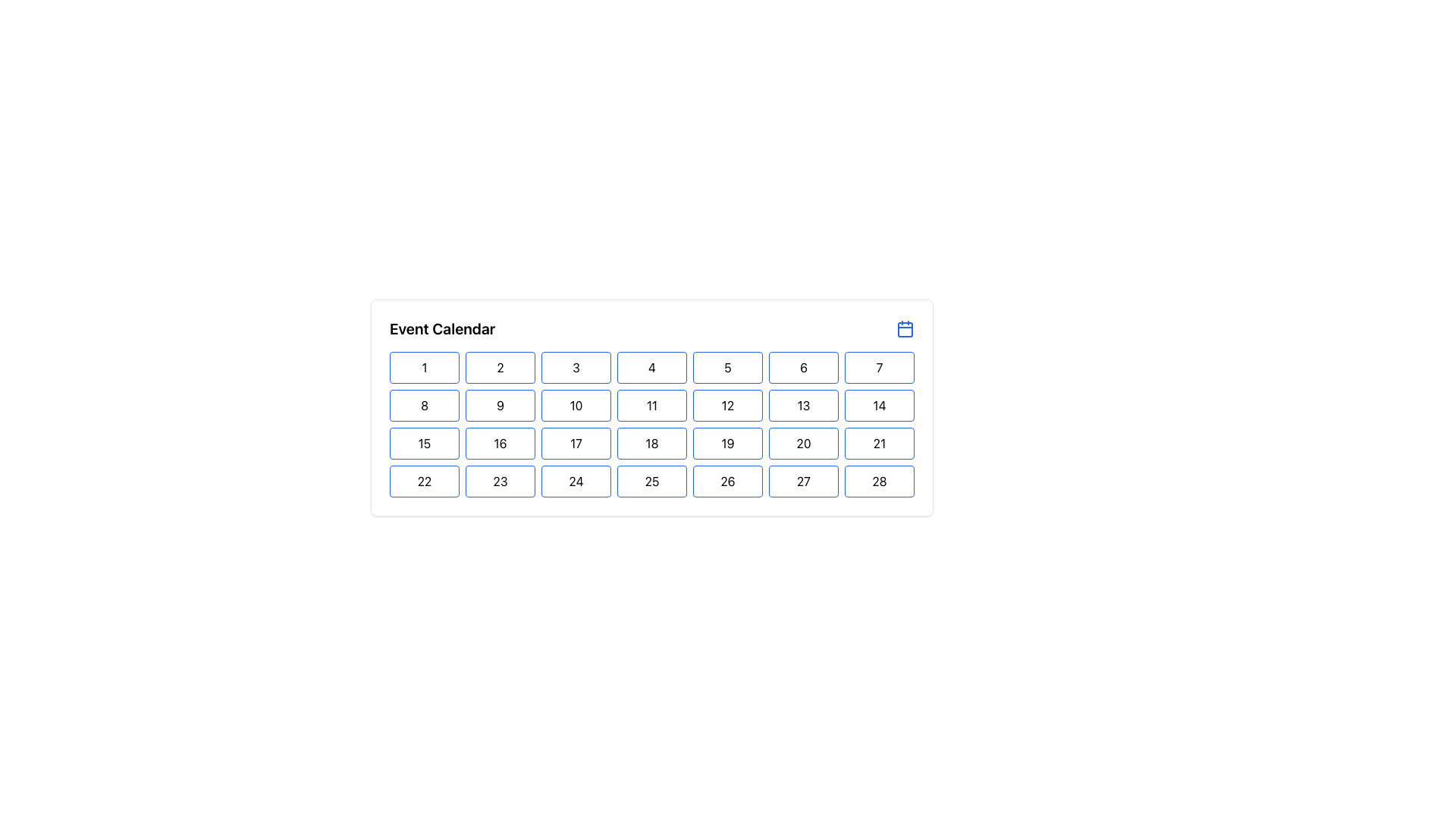  What do you see at coordinates (880, 368) in the screenshot?
I see `the button with a blue border and rounded corners containing the text '7' in the calendar grid` at bounding box center [880, 368].